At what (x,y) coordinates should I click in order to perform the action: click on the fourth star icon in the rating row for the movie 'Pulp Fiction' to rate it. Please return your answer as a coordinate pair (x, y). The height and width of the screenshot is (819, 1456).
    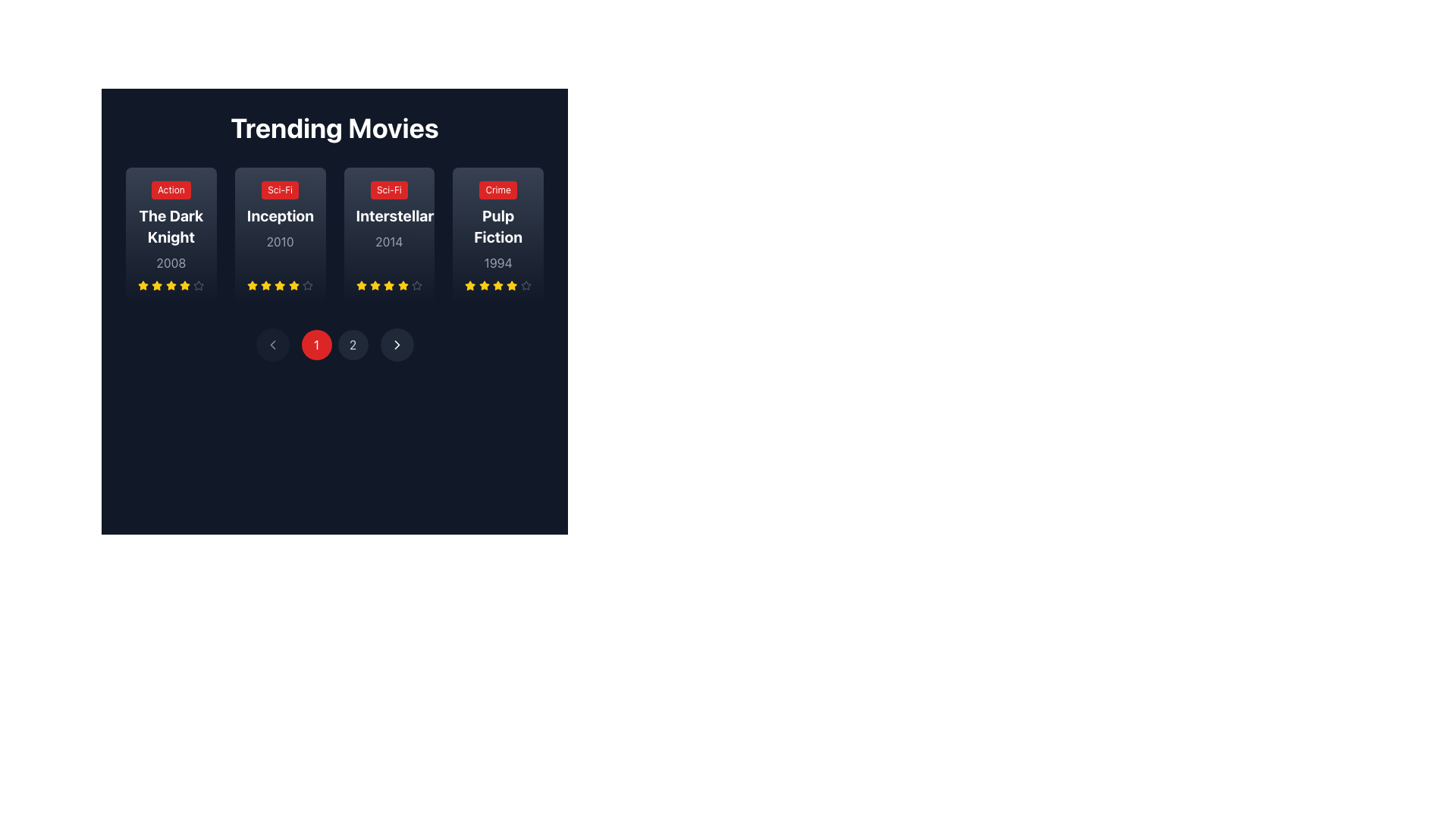
    Looking at the image, I should click on (483, 285).